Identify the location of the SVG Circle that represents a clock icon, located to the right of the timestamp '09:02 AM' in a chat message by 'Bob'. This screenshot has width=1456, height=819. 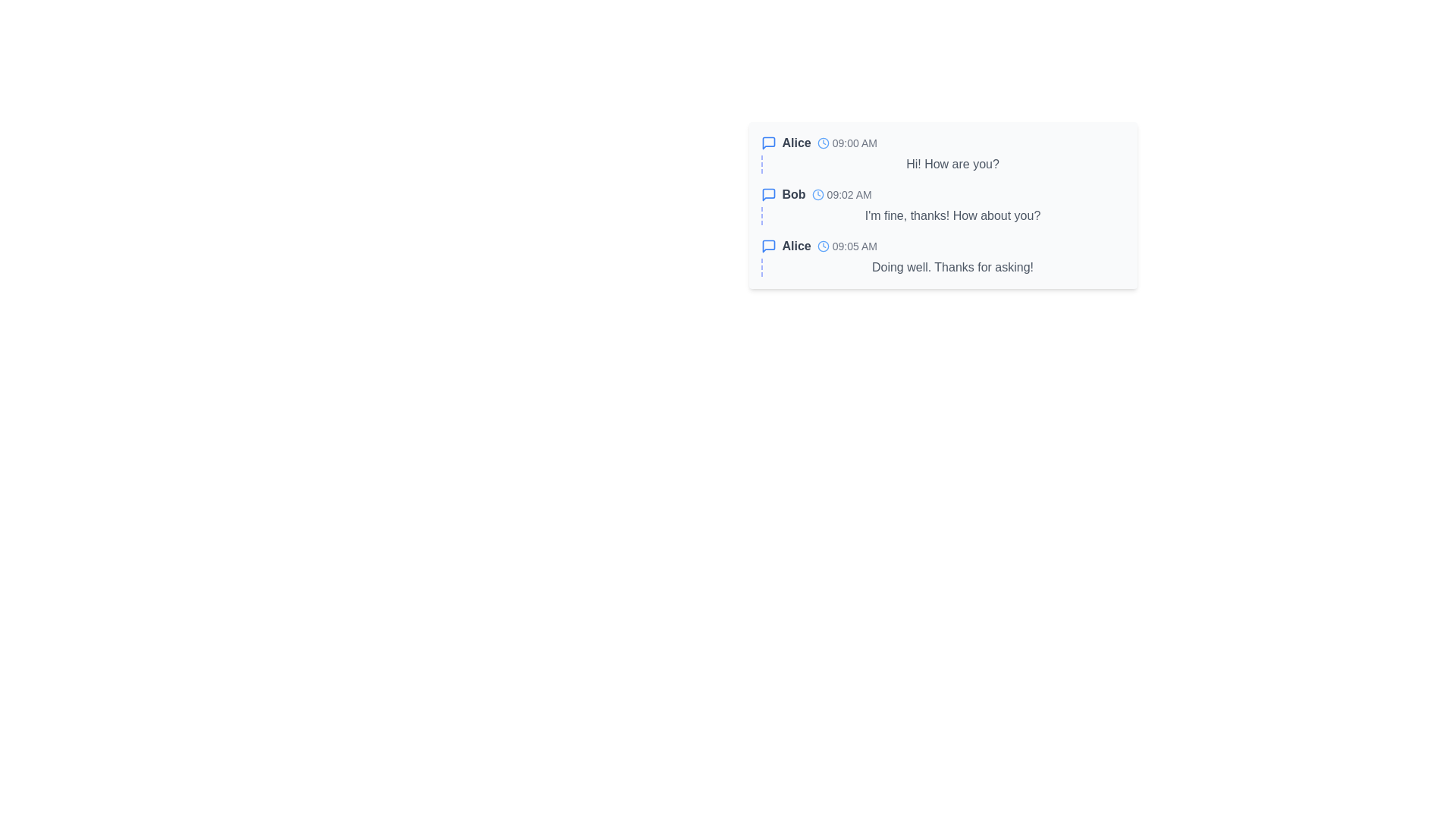
(817, 194).